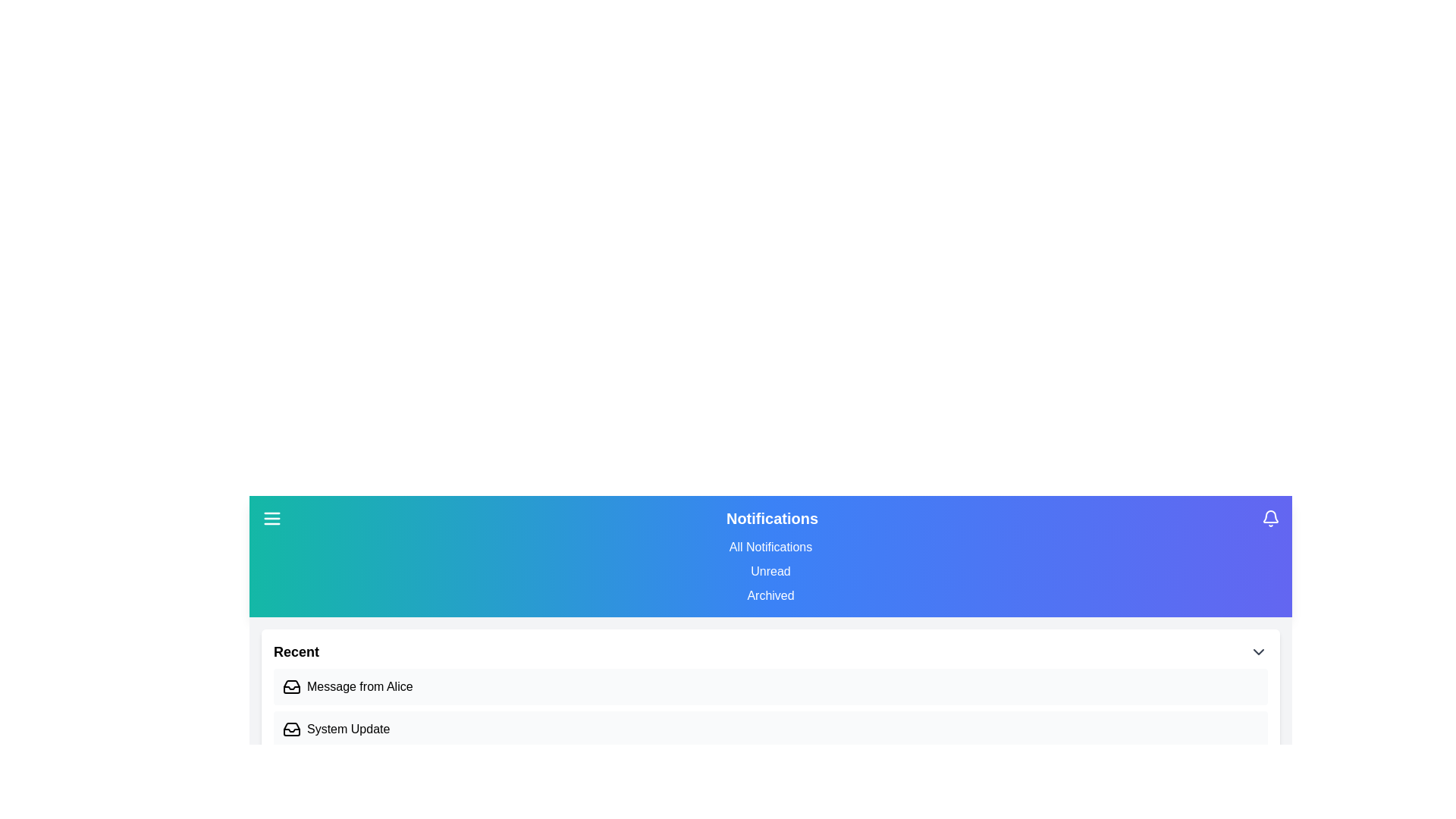 The height and width of the screenshot is (819, 1456). What do you see at coordinates (1259, 651) in the screenshot?
I see `the ChevronDown button to toggle the submenu visibility` at bounding box center [1259, 651].